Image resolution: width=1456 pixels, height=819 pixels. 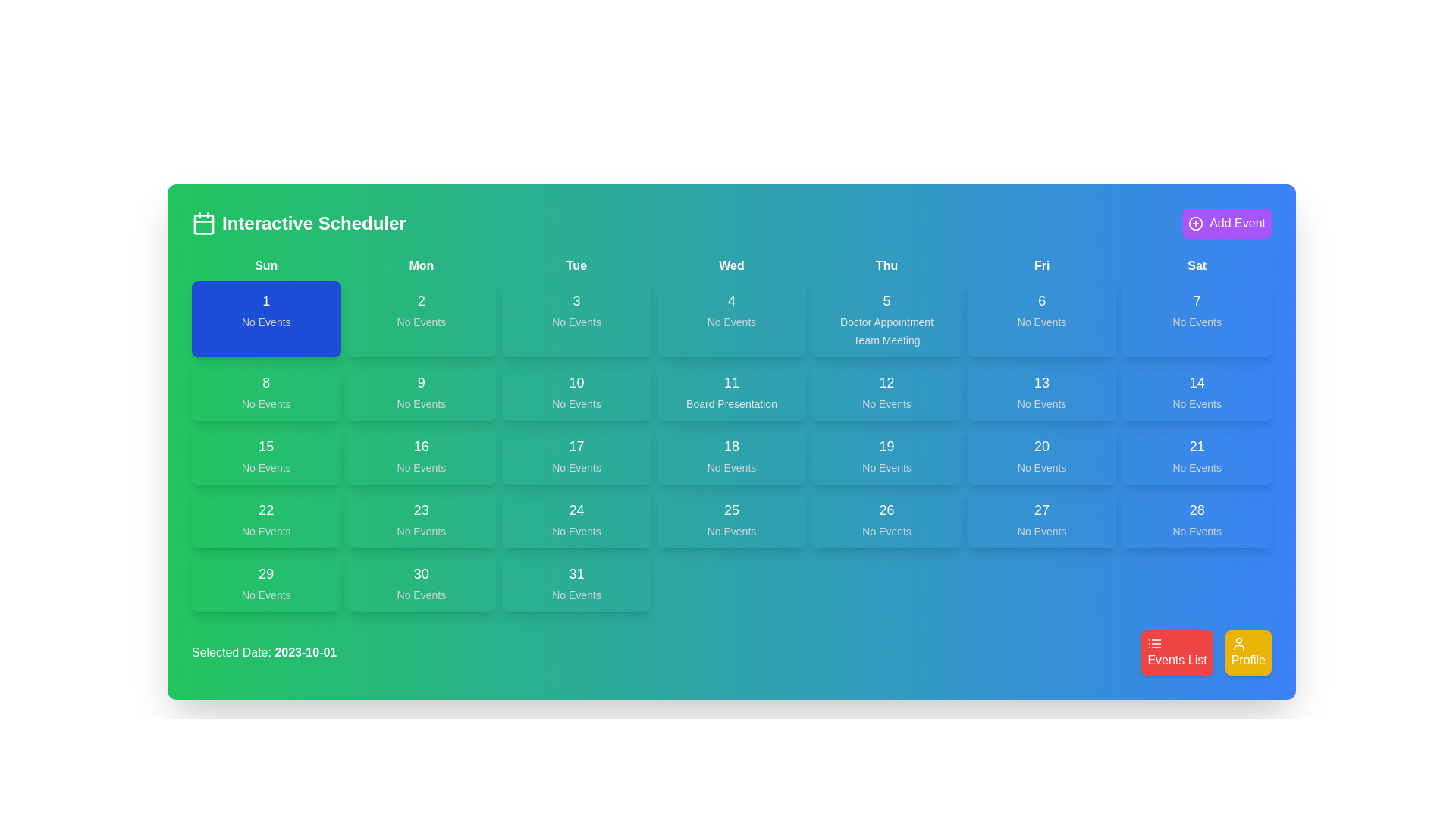 What do you see at coordinates (266, 446) in the screenshot?
I see `displayed text '15' from the Text Label that serves as a visual cue for users to identify a particular day in the calendar grid` at bounding box center [266, 446].